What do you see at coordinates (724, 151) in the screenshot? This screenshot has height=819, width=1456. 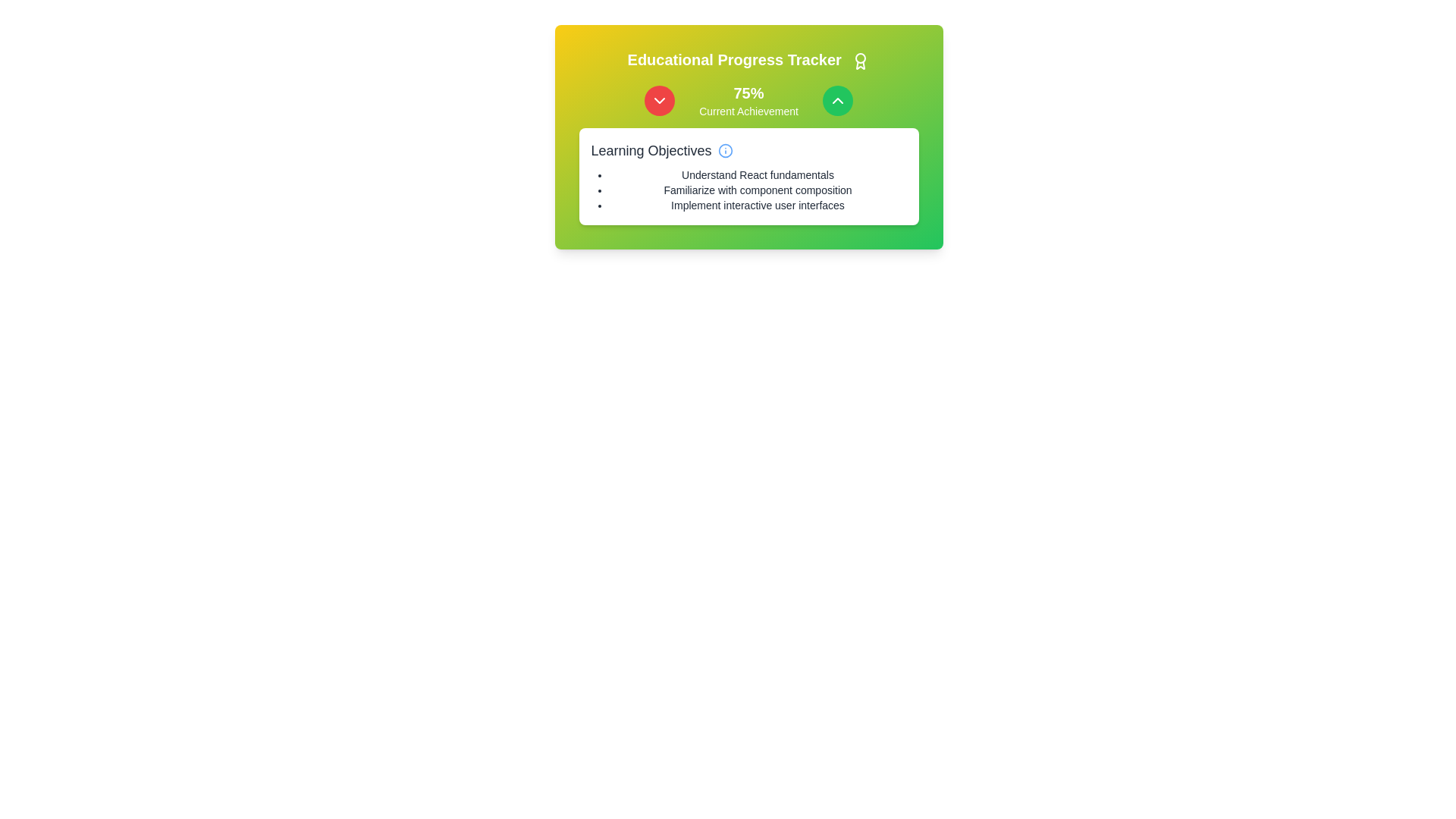 I see `the circular icon with a blue border and blue interior located next to the 'Learning Objectives' text` at bounding box center [724, 151].